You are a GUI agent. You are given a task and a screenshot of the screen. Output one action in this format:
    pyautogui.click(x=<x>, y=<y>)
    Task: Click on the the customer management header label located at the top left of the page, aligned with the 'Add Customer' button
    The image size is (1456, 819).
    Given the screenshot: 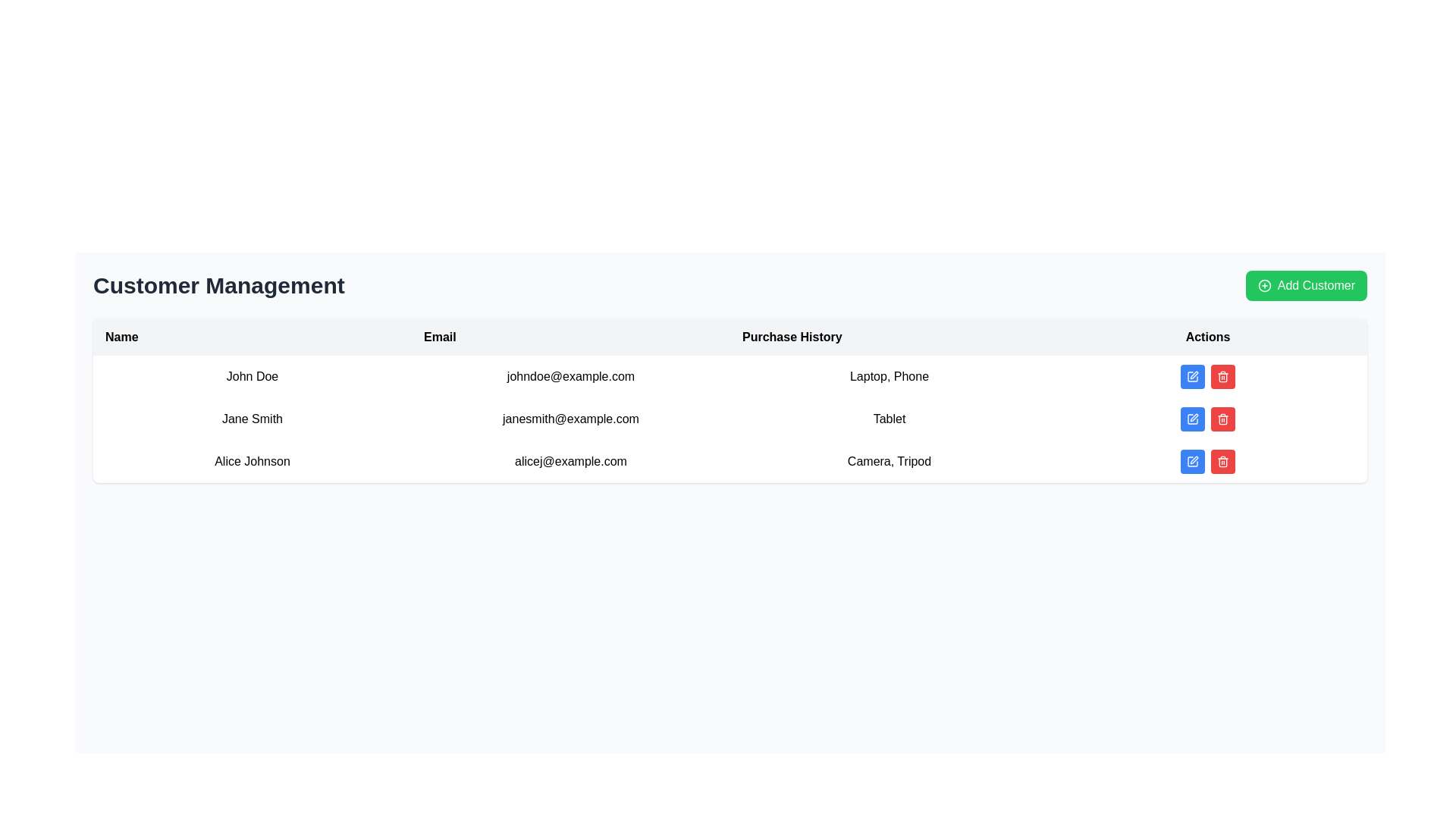 What is the action you would take?
    pyautogui.click(x=218, y=286)
    